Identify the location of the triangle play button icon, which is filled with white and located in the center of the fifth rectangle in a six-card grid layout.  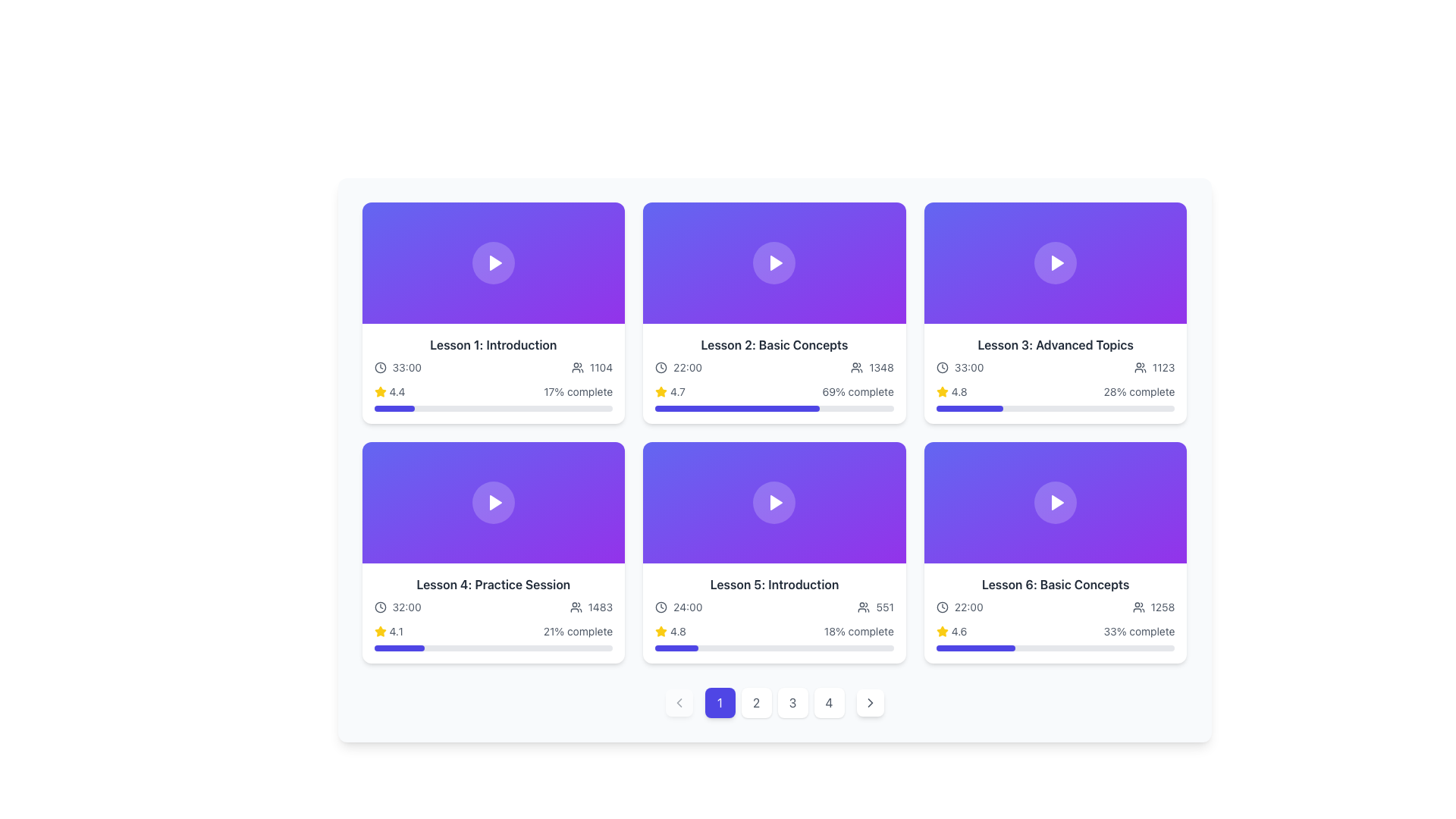
(777, 503).